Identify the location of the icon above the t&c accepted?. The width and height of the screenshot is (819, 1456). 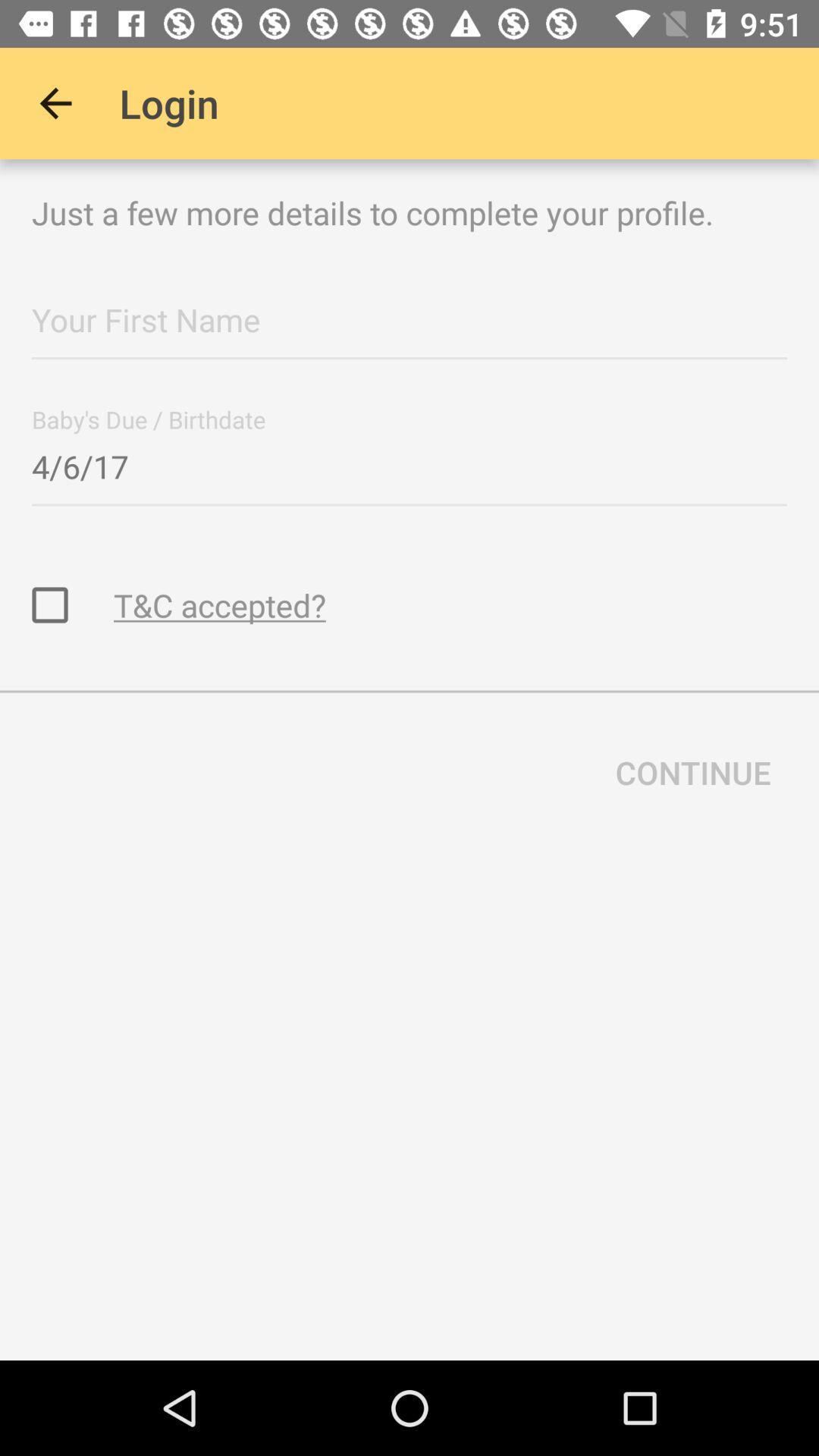
(409, 461).